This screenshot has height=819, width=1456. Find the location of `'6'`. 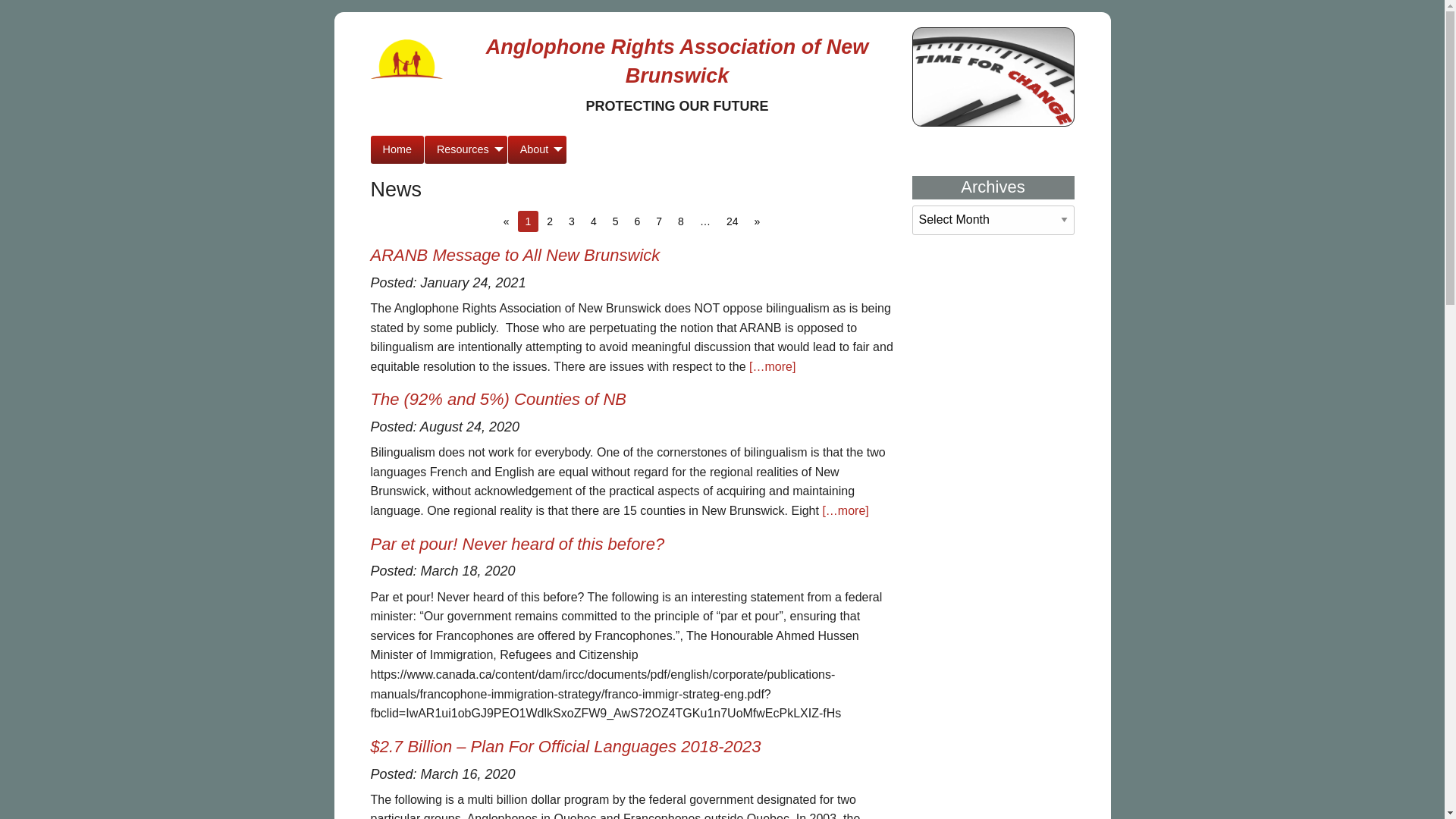

'6' is located at coordinates (626, 221).